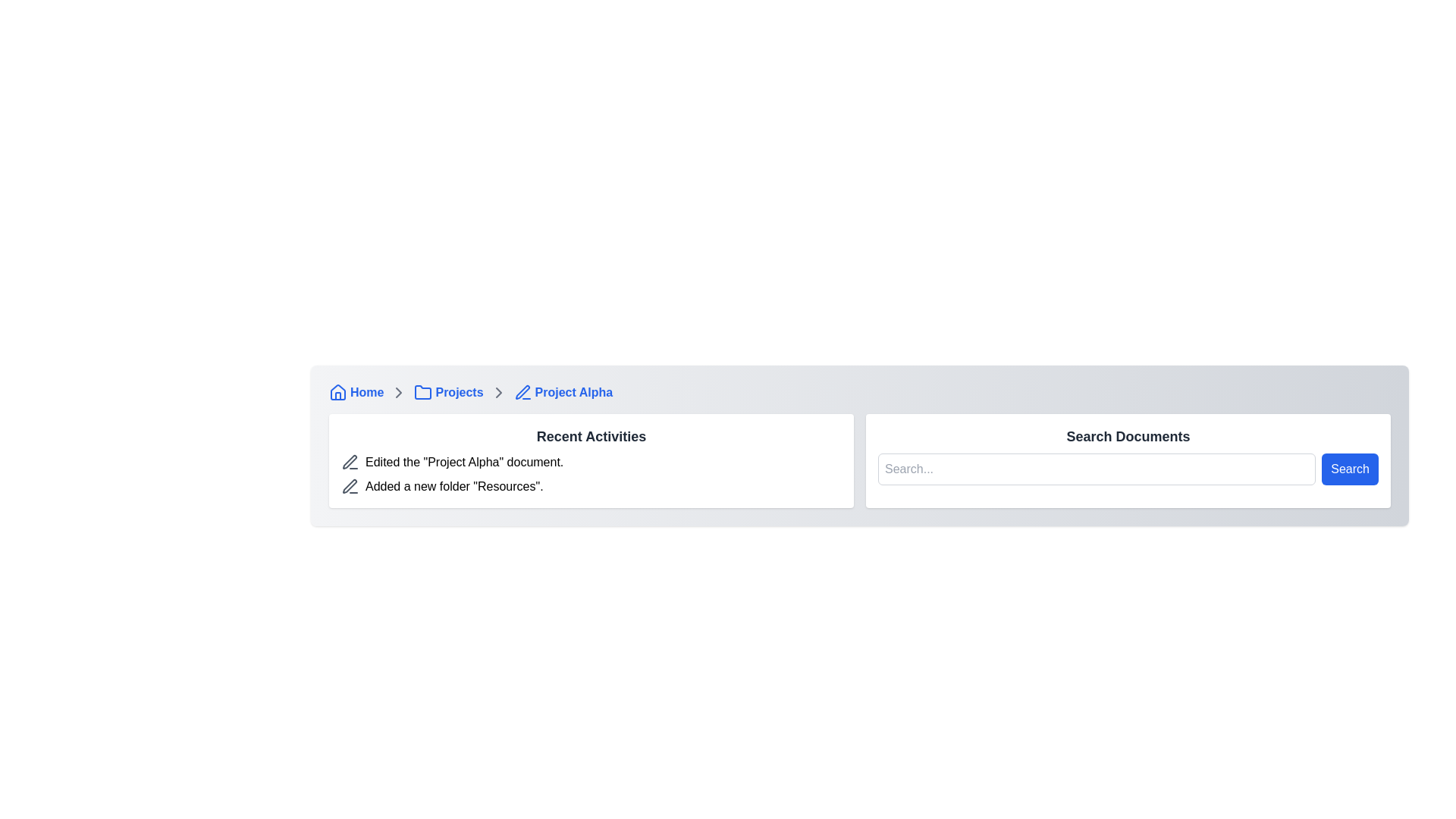 The image size is (1456, 819). Describe the element at coordinates (349, 461) in the screenshot. I see `the 'Project Alpha' icon in the breadcrumb navigation bar` at that location.